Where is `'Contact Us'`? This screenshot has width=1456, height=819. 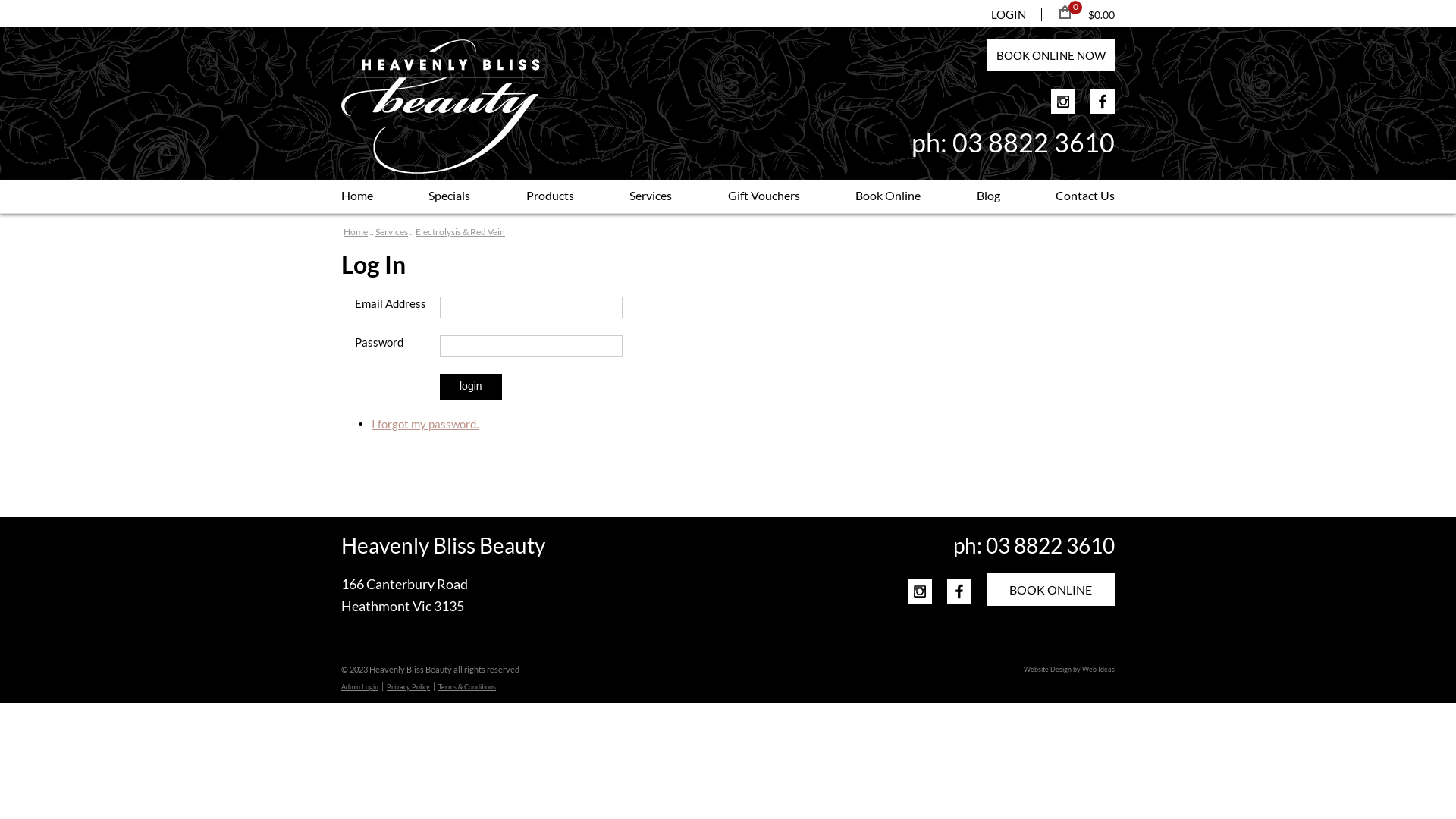
'Contact Us' is located at coordinates (1084, 196).